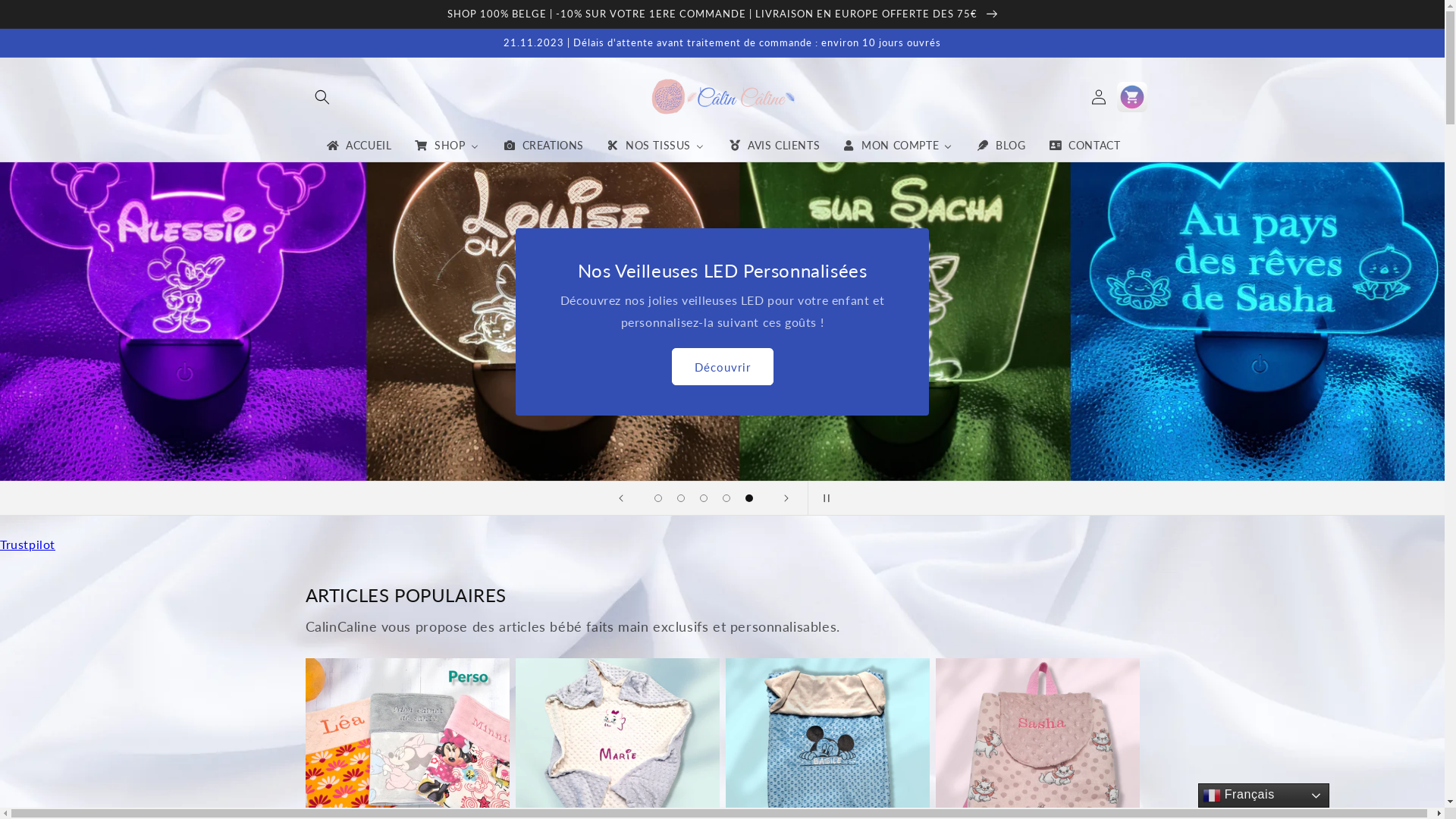 This screenshot has width=1456, height=819. Describe the element at coordinates (773, 146) in the screenshot. I see `'AVIS CLIENTS'` at that location.